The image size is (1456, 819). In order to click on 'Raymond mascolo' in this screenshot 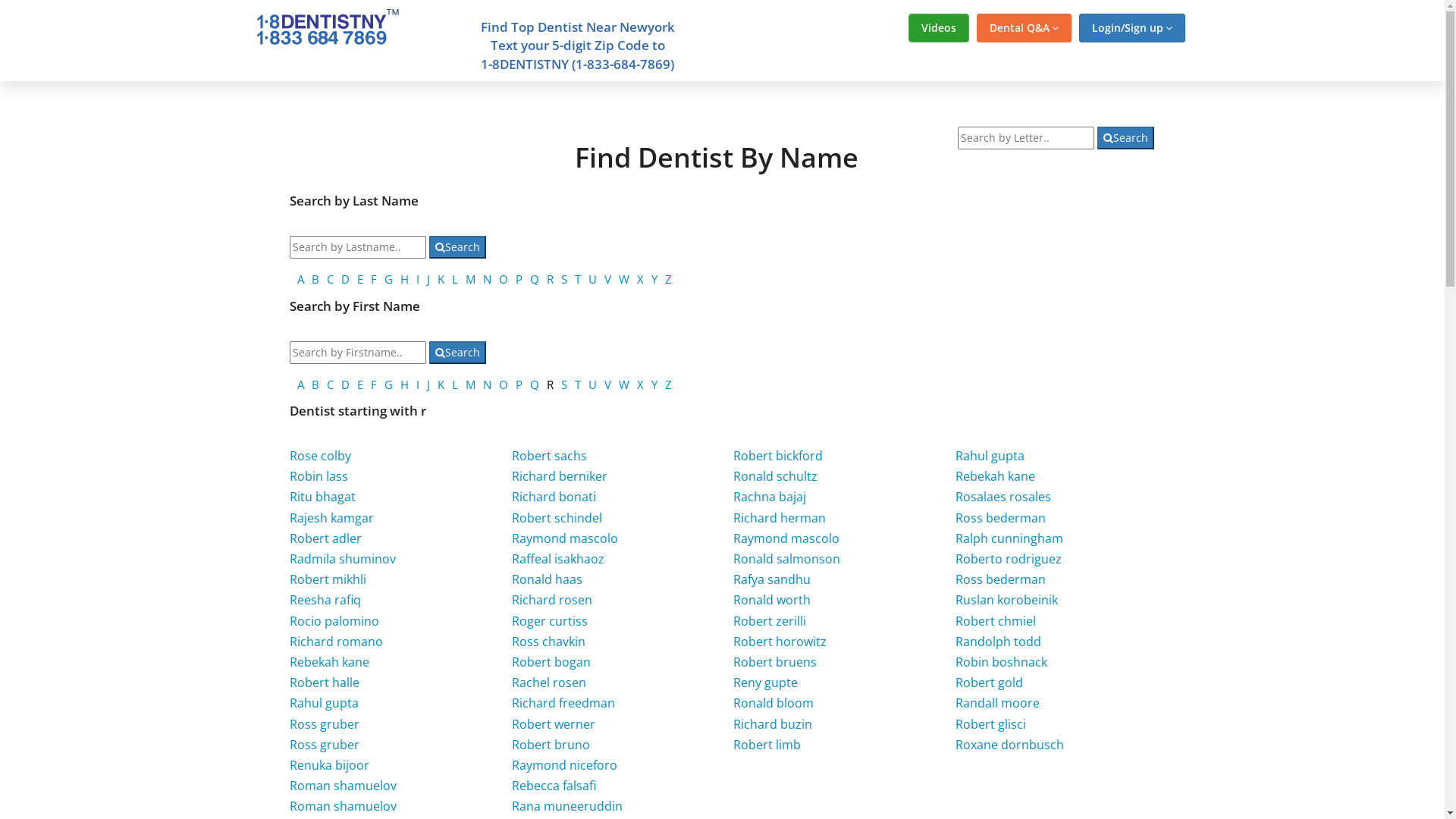, I will do `click(512, 537)`.